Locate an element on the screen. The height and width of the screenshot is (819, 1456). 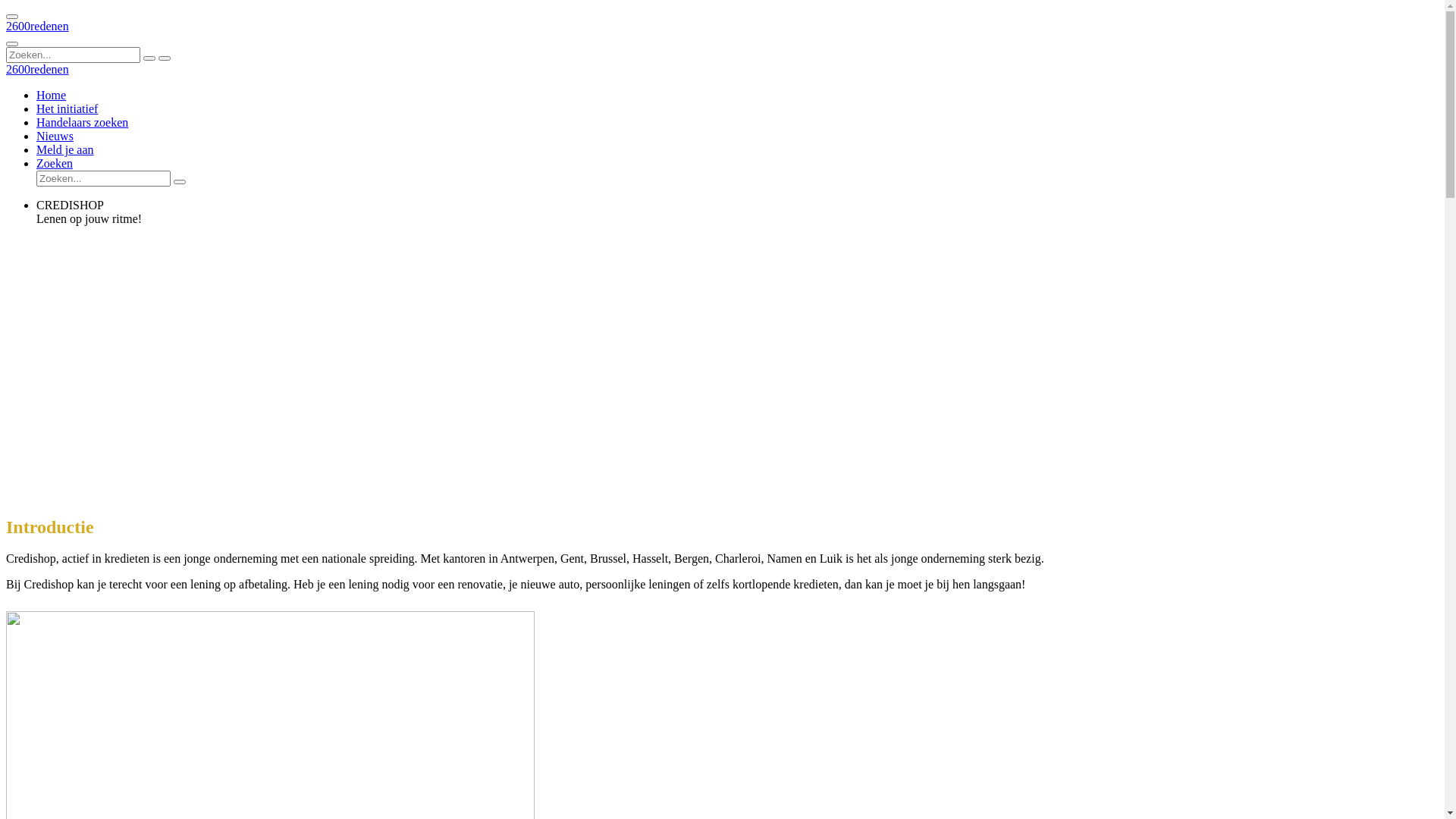
'2600redenen' is located at coordinates (37, 26).